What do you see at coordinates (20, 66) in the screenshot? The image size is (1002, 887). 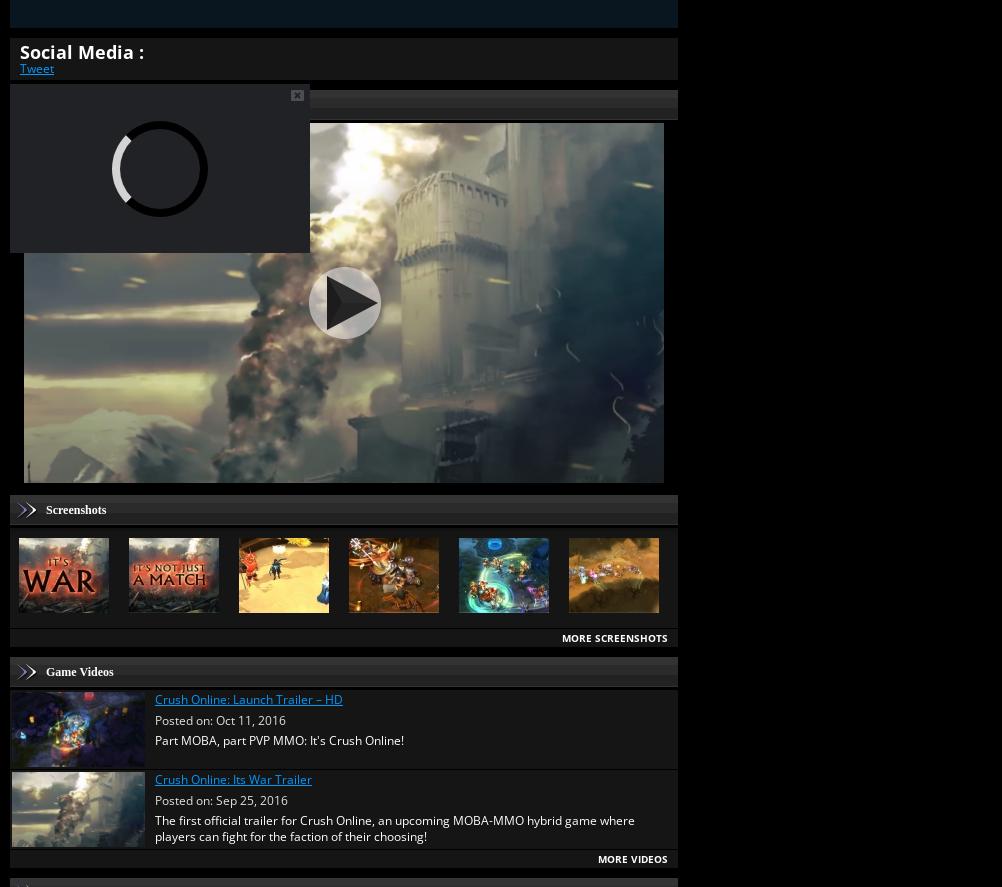 I see `'Tweet'` at bounding box center [20, 66].